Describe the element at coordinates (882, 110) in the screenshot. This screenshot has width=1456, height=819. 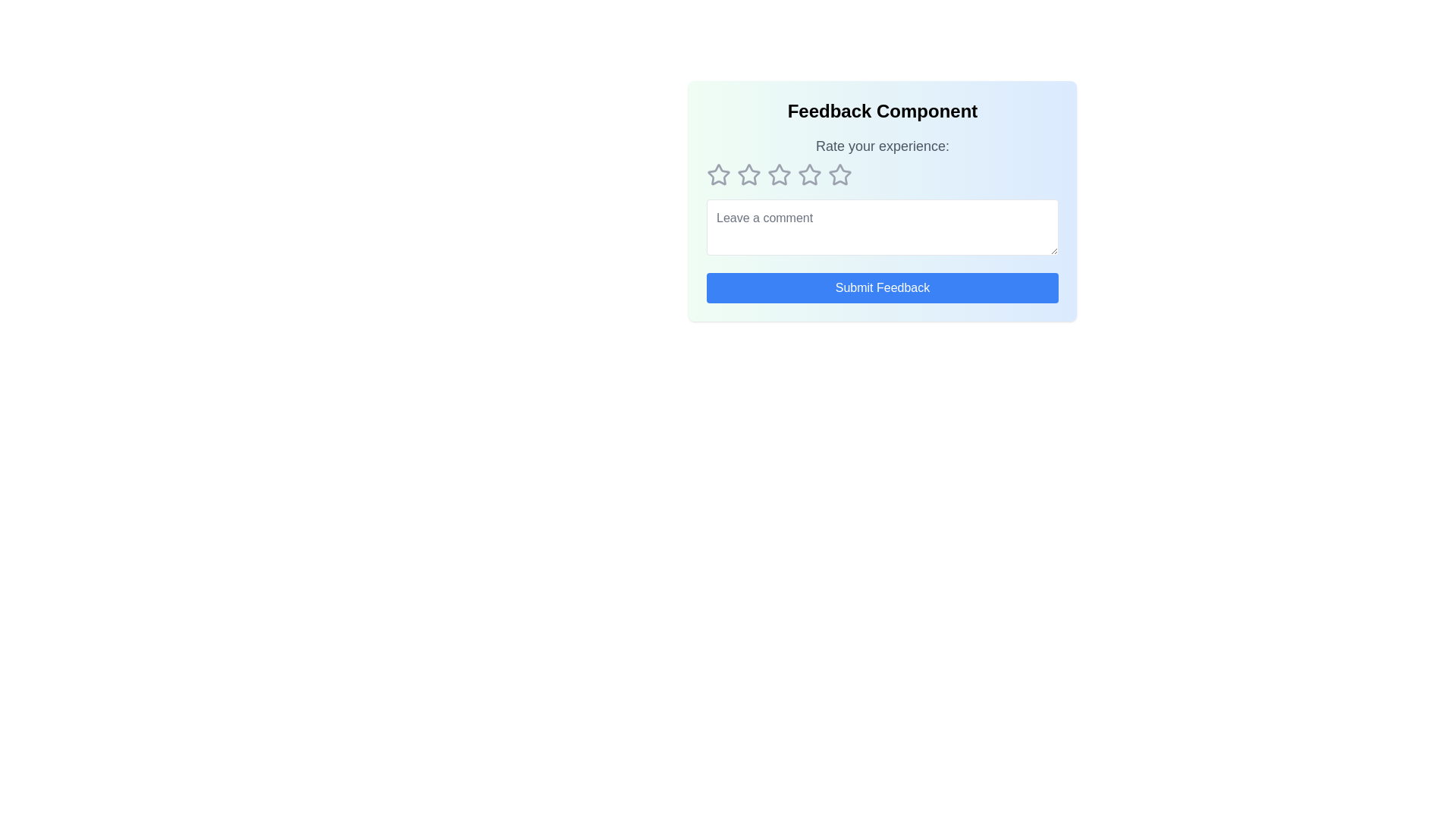
I see `the title text label of the feedback form, which is the first visible component above the rating stars and comment input field` at that location.